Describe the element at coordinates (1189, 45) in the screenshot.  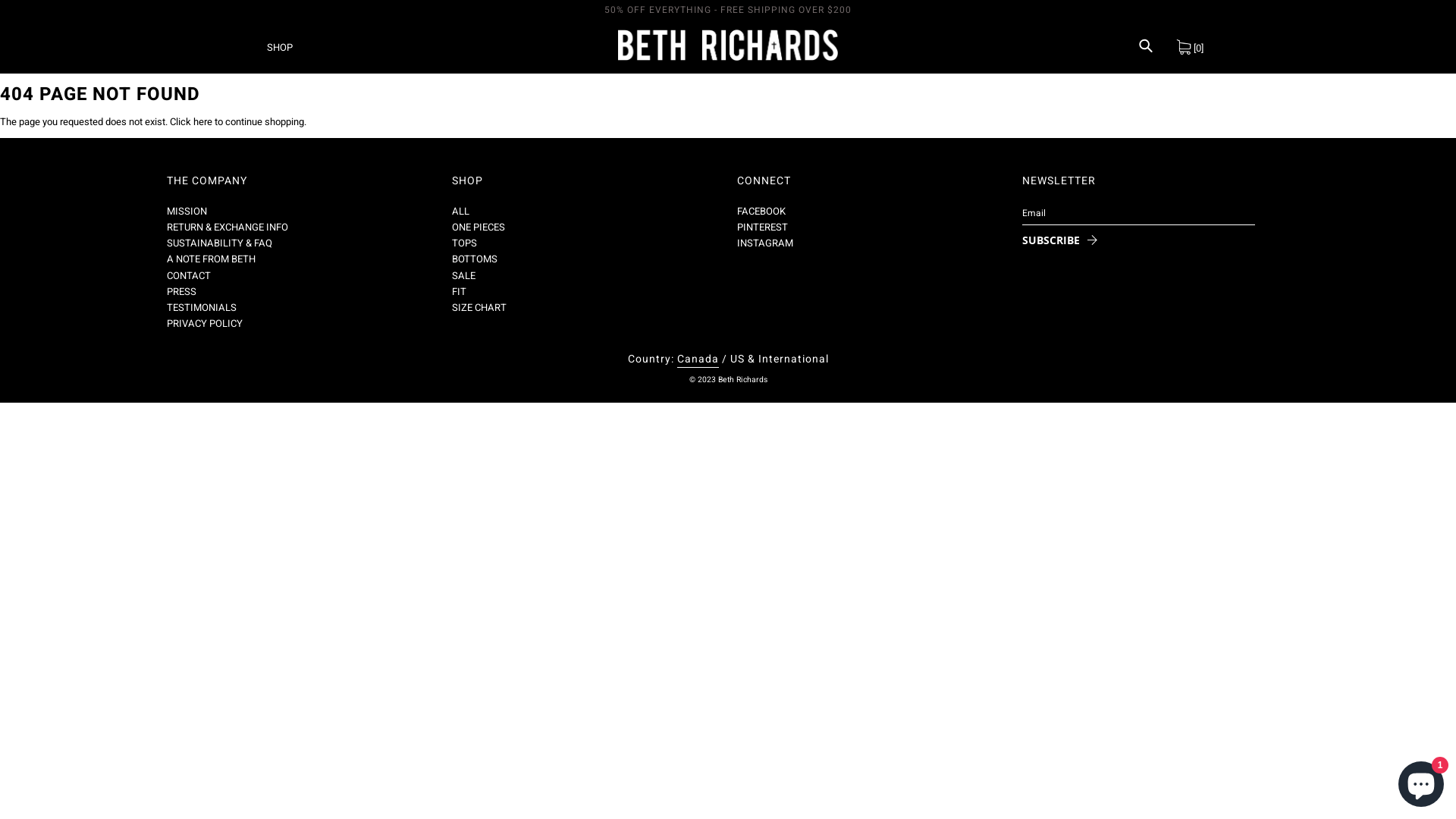
I see `'[0]'` at that location.